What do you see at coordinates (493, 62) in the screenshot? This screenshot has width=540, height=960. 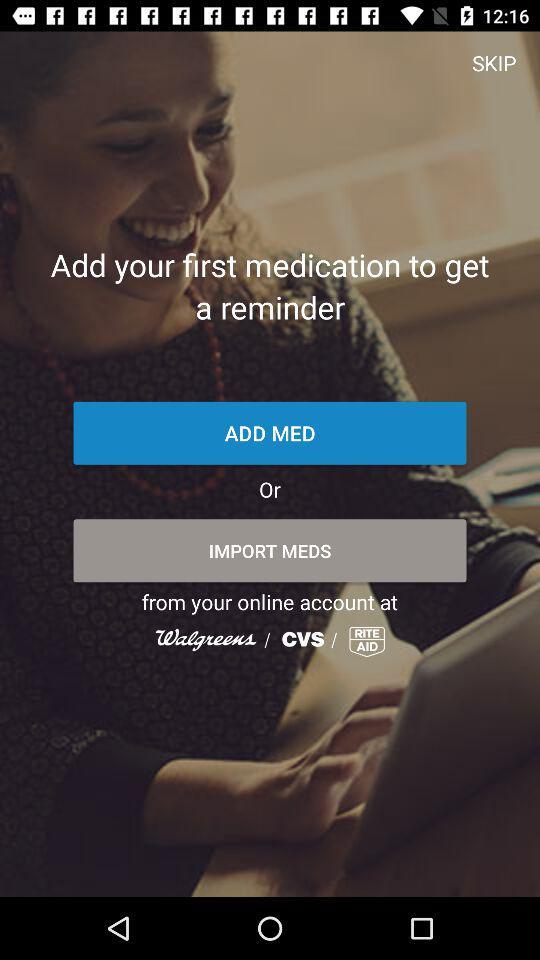 I see `the icon at the top right corner` at bounding box center [493, 62].